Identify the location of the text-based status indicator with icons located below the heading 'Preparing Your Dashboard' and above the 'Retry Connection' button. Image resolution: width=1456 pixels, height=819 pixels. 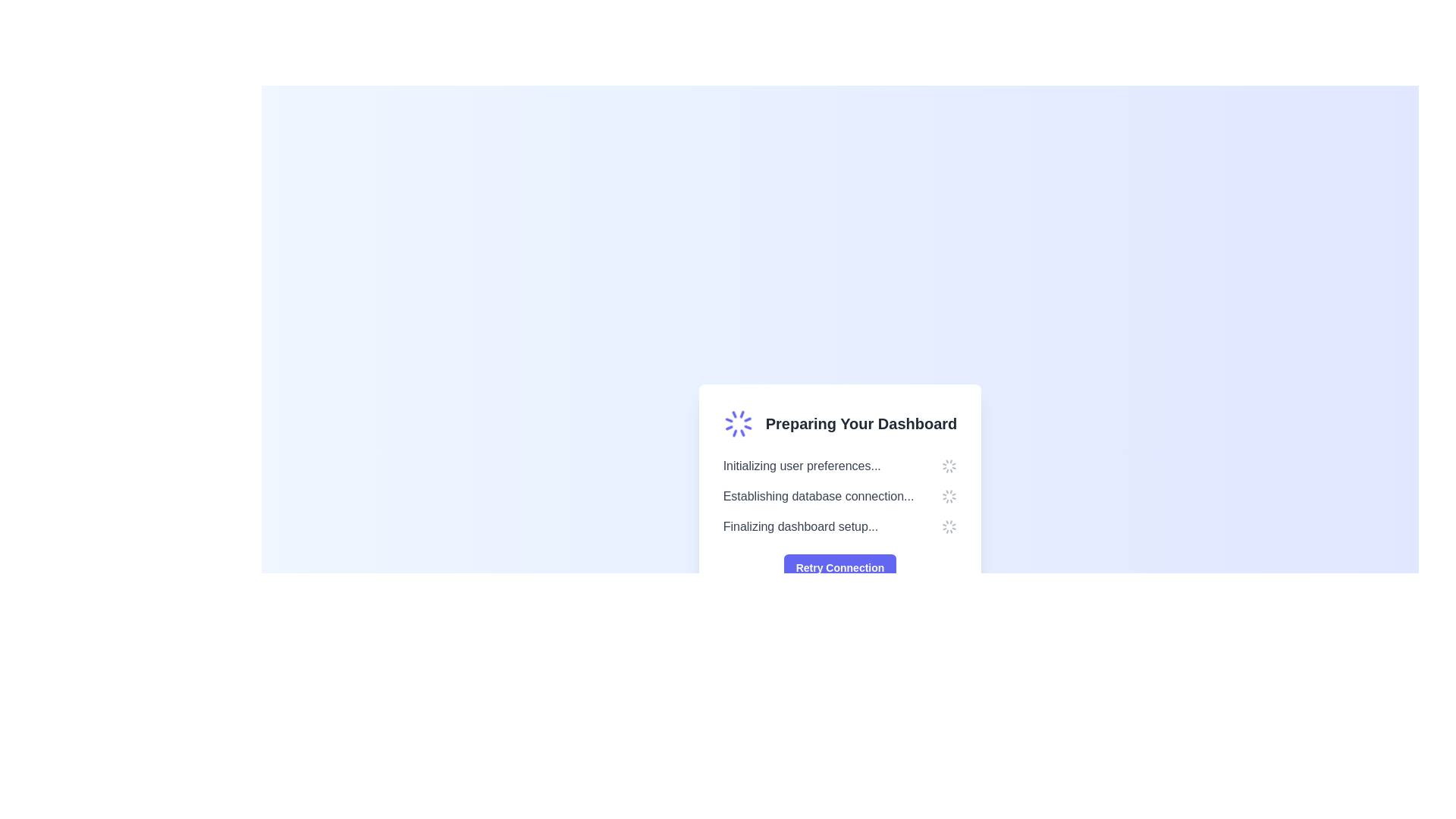
(839, 497).